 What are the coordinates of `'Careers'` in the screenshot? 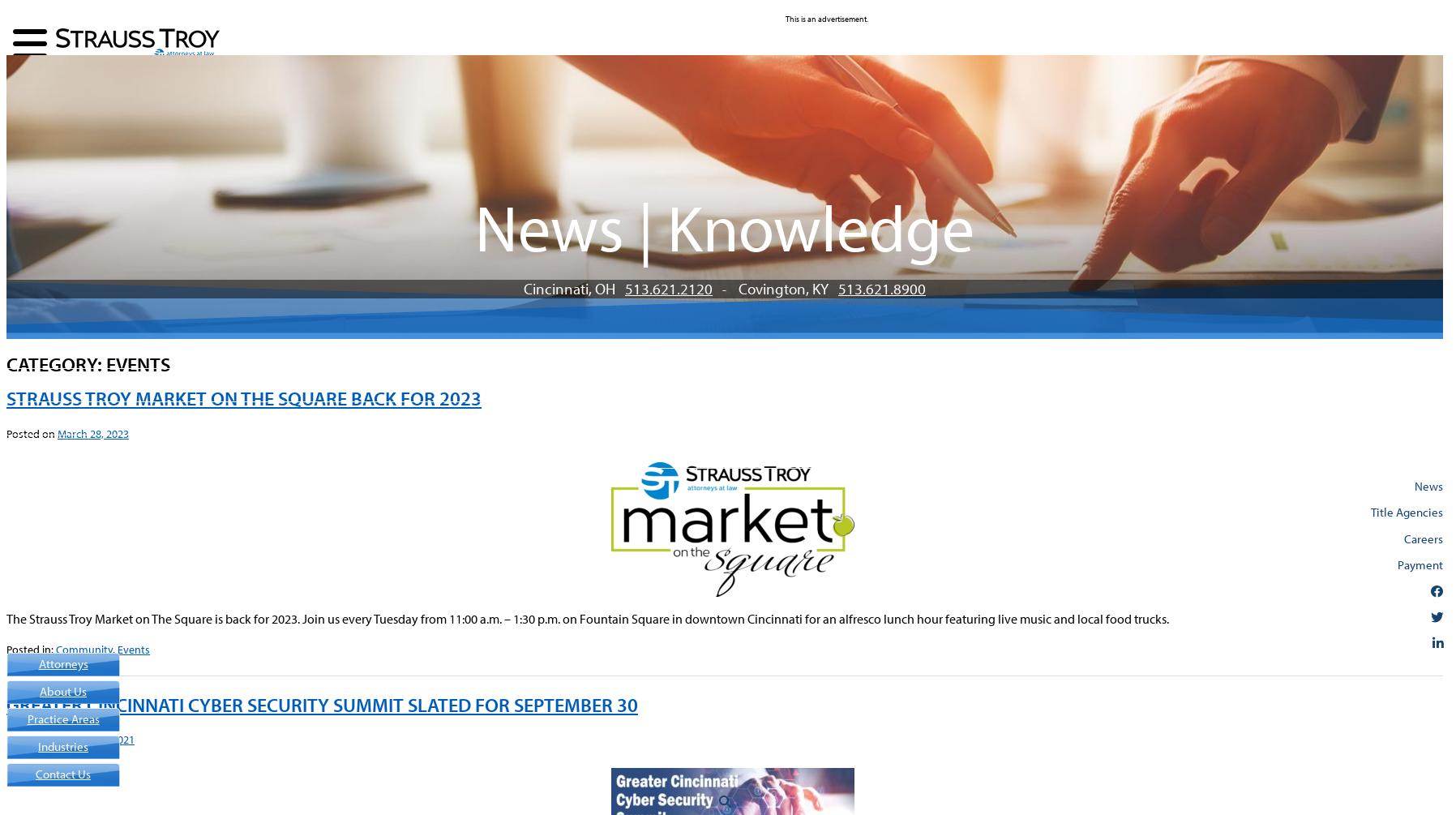 It's located at (1423, 536).